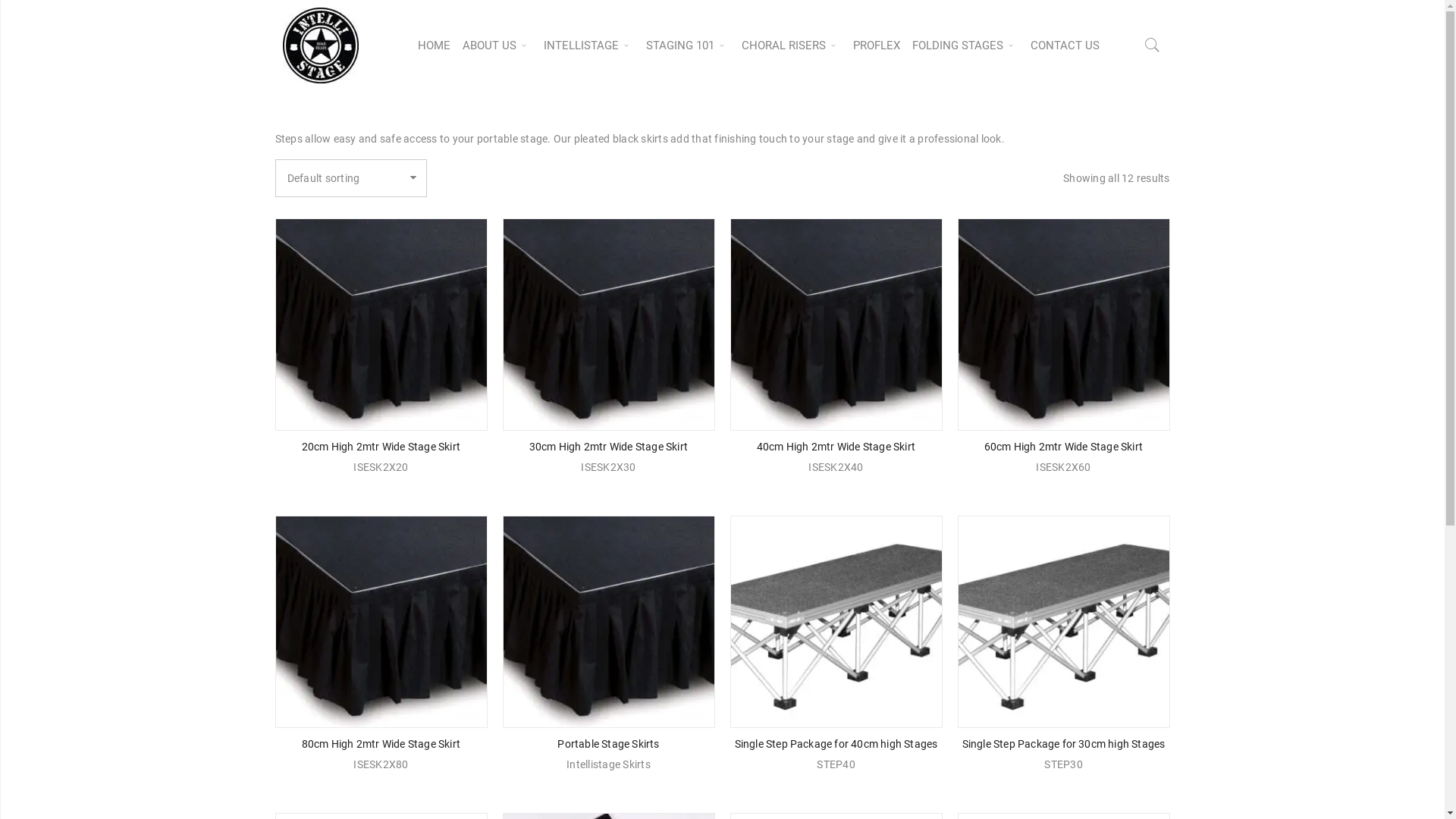 The height and width of the screenshot is (819, 1456). Describe the element at coordinates (497, 45) in the screenshot. I see `'ABOUT US'` at that location.